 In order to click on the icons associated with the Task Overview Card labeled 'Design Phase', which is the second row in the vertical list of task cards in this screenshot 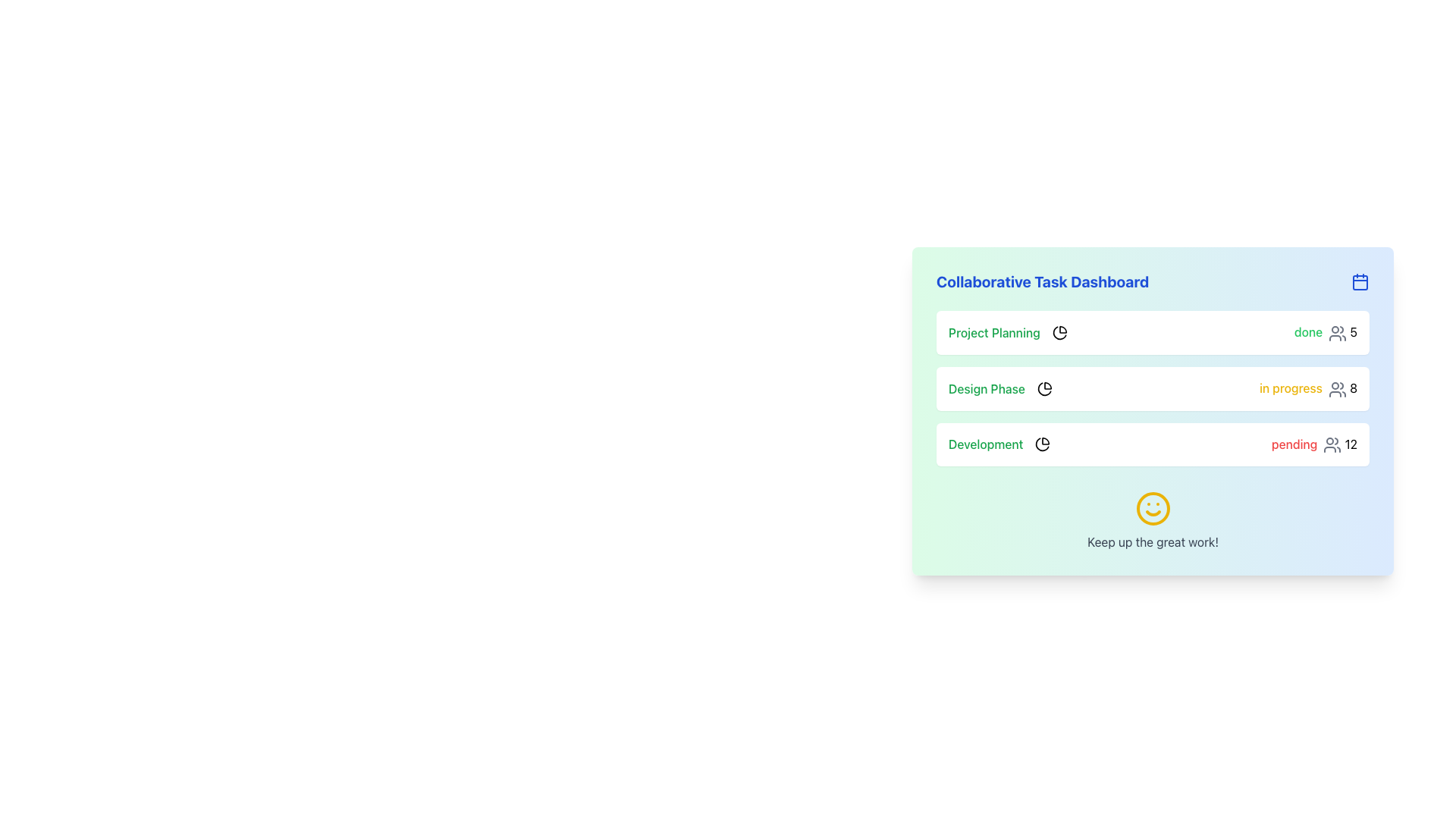, I will do `click(1153, 388)`.